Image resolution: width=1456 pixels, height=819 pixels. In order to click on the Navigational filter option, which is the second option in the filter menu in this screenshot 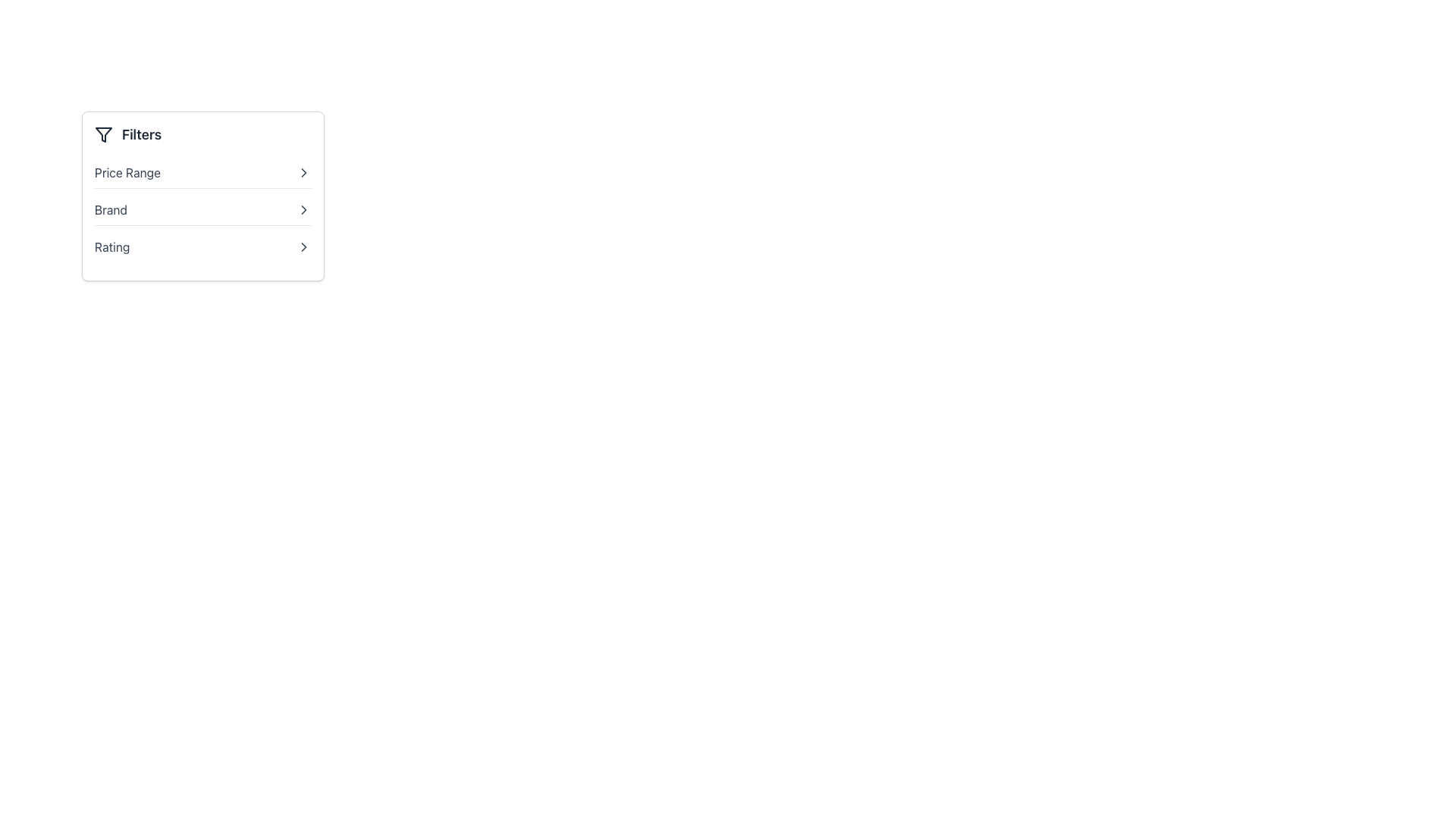, I will do `click(202, 210)`.